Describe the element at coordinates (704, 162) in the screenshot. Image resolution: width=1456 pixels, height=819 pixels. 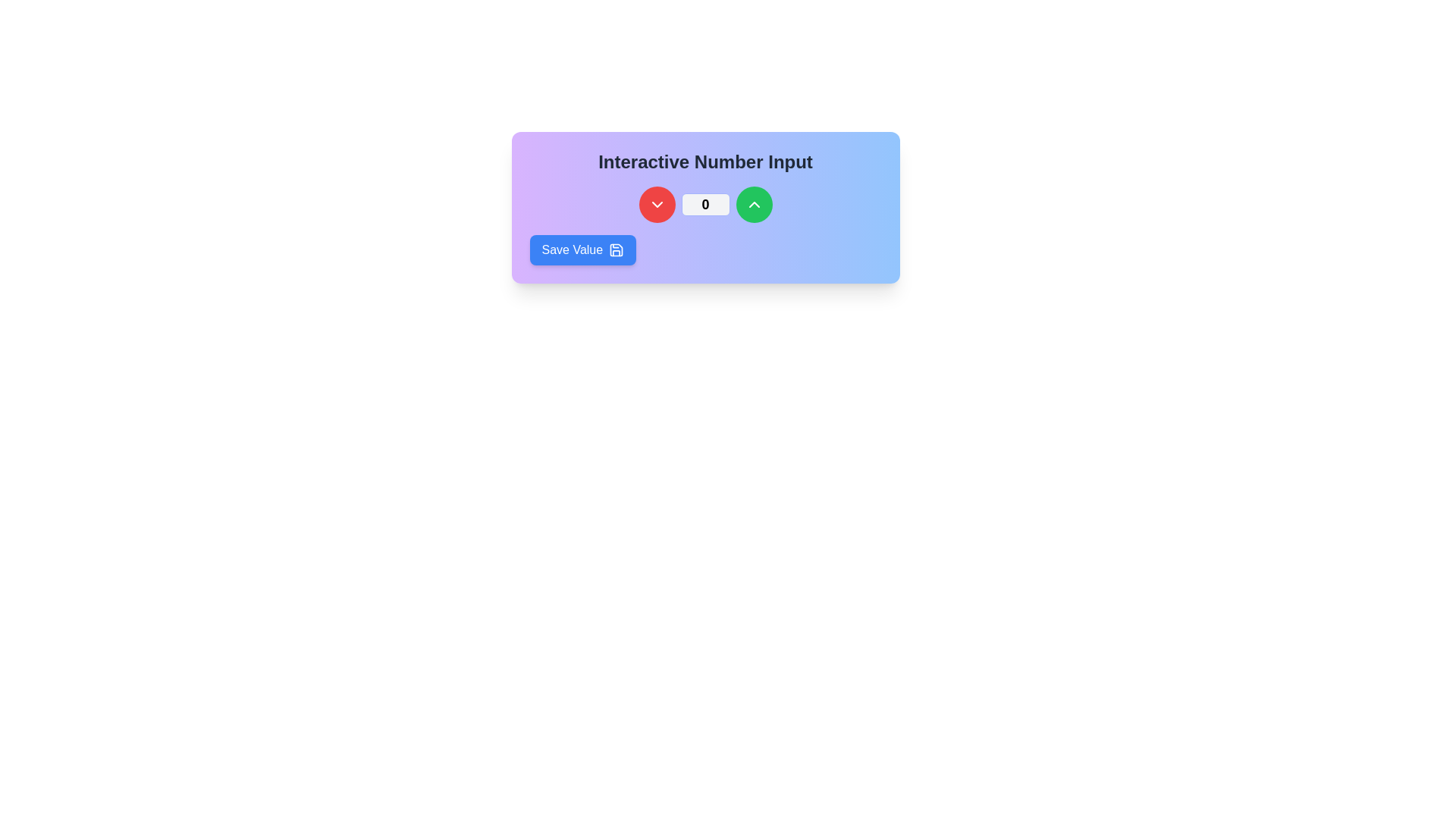
I see `text displayed in bold, large font that says 'Interactive Number Input', which is centered at the top of a colorful gradient background card` at that location.